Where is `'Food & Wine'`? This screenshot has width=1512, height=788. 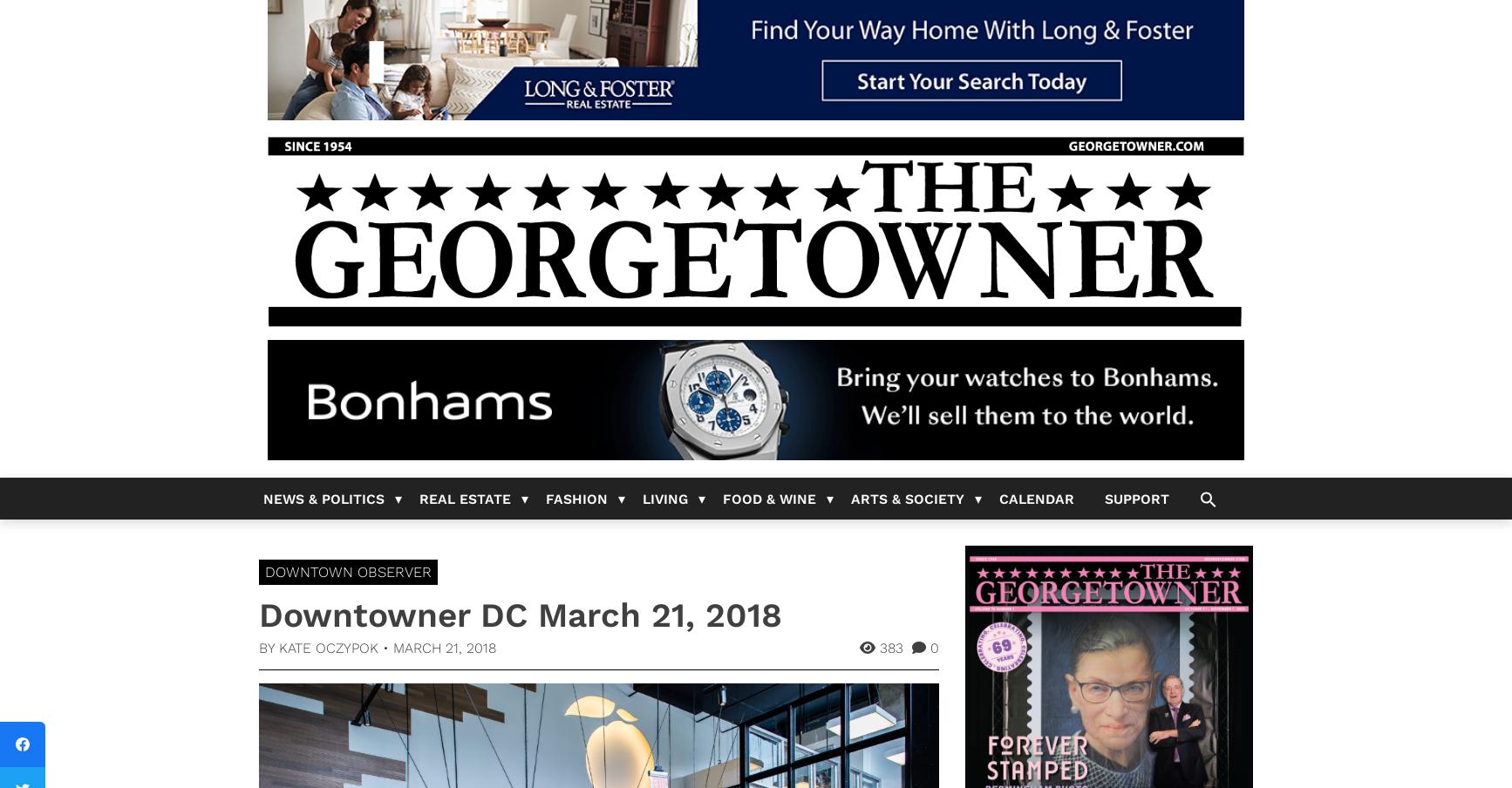
'Food & Wine' is located at coordinates (769, 498).